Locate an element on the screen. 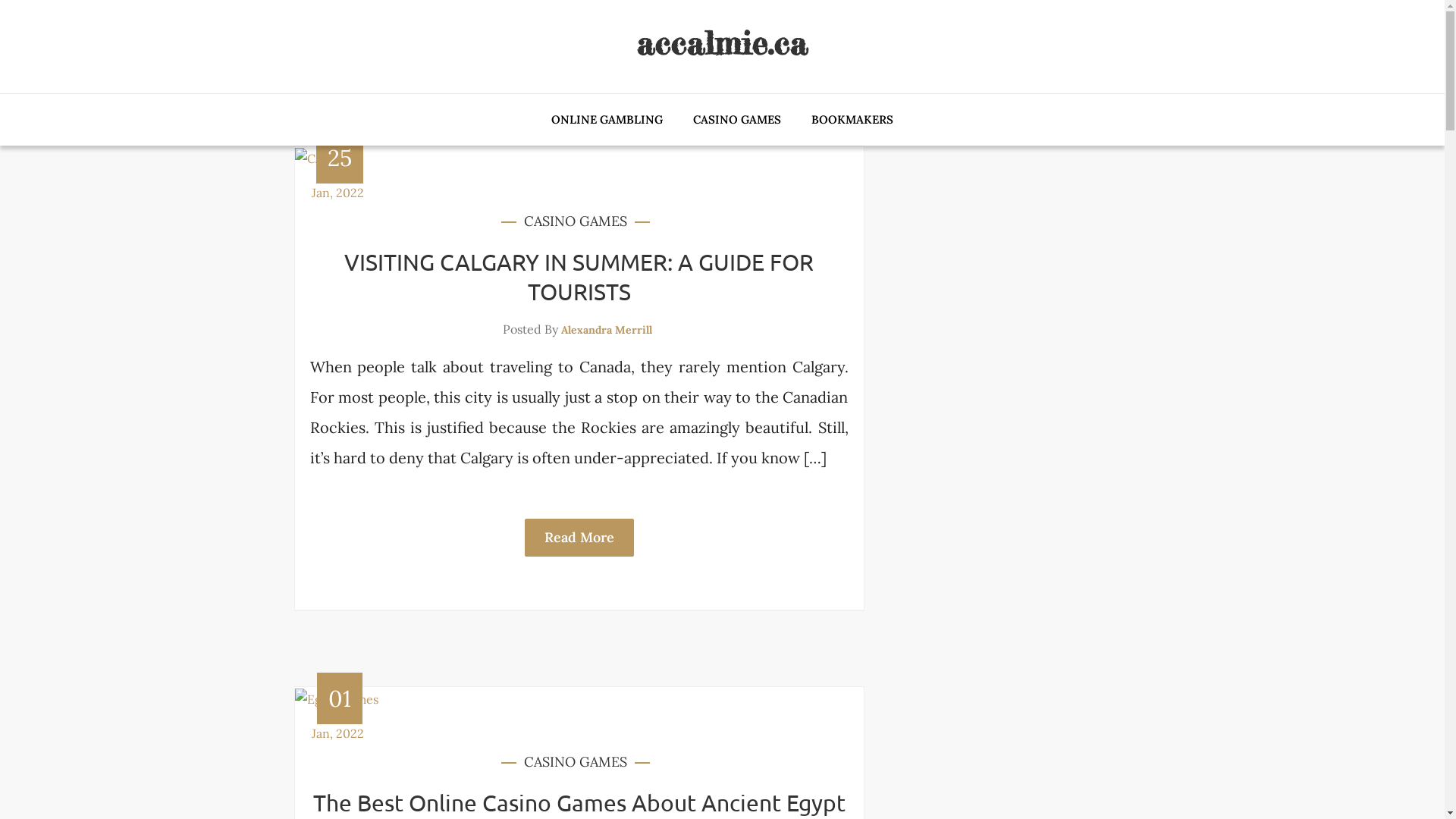 This screenshot has width=1456, height=819. 'Alexandra Merrill' is located at coordinates (607, 329).